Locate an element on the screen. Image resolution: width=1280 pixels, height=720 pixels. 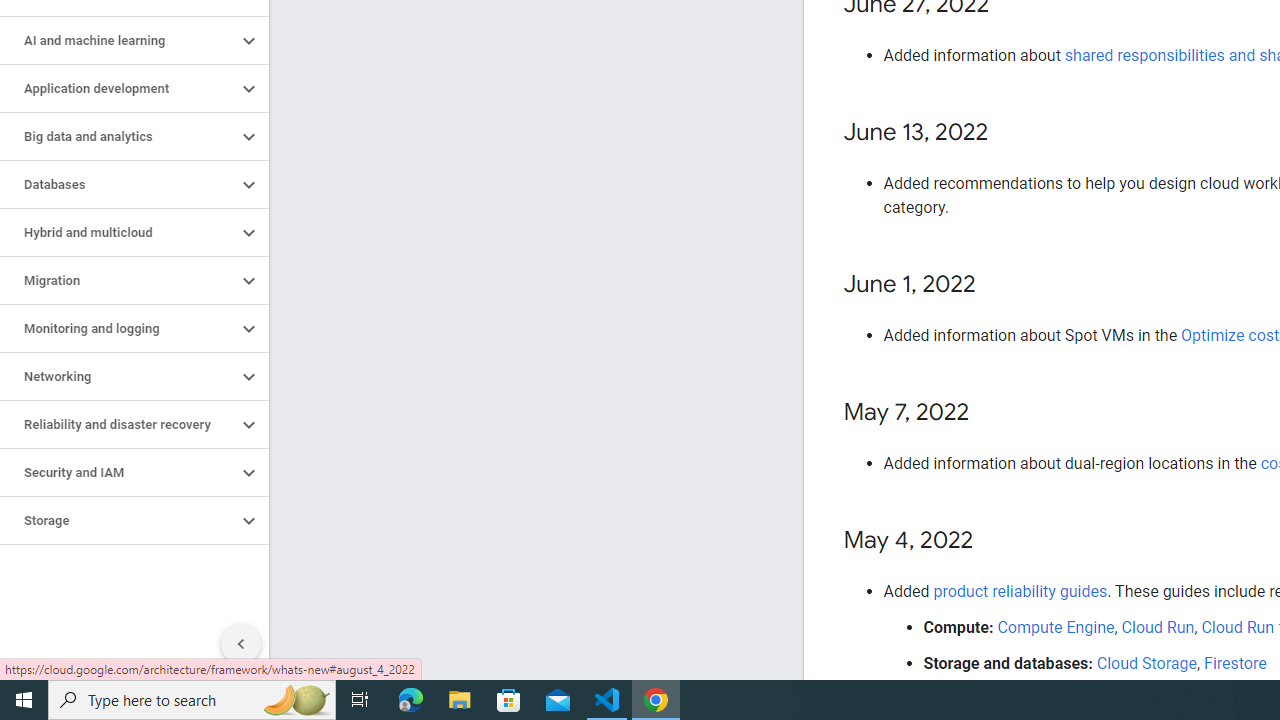
'Copy link to this section: June 13, 2022' is located at coordinates (1008, 133).